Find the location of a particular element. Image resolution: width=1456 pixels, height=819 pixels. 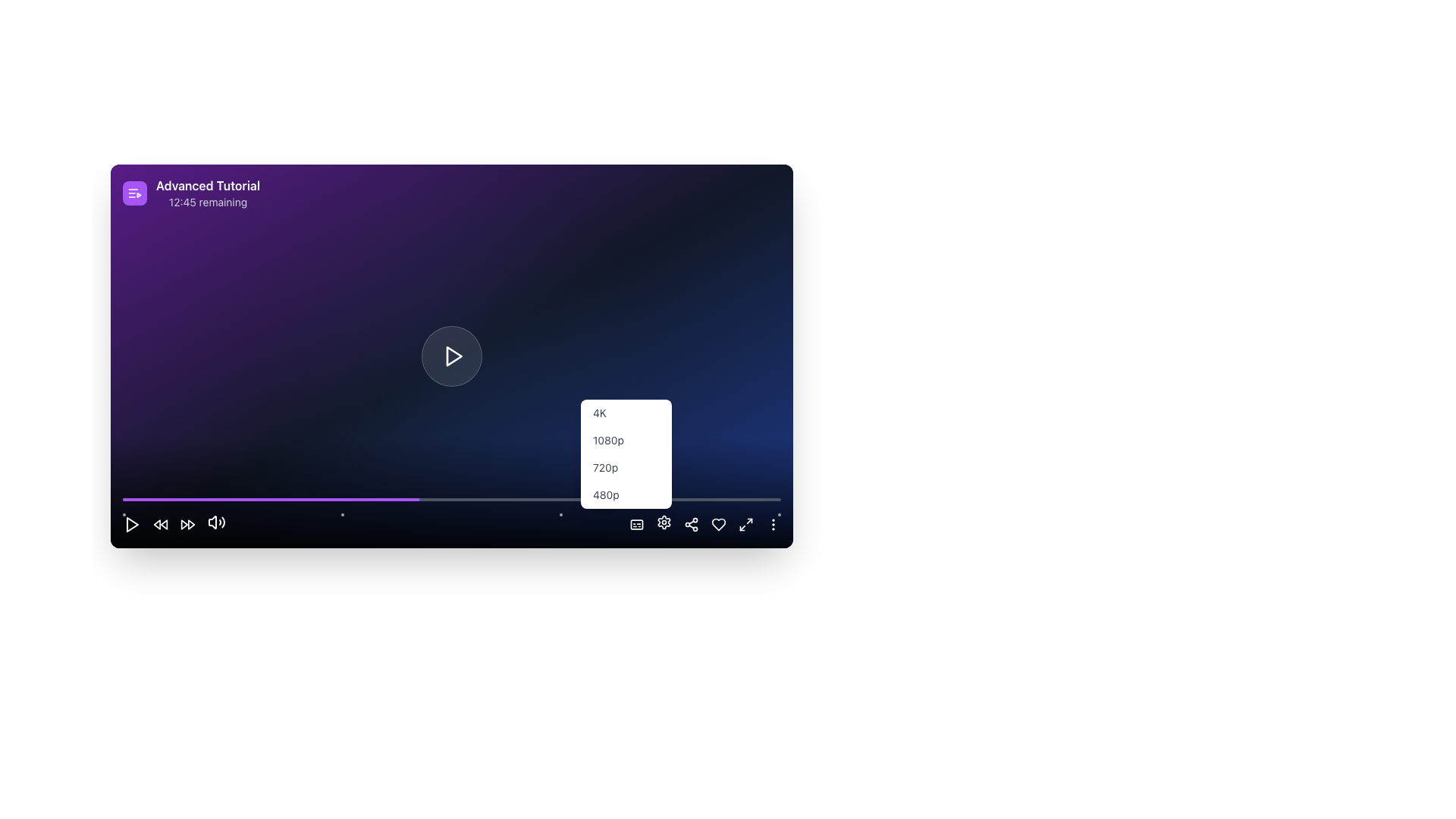

the '1080p' option in the dropdown menu is located at coordinates (626, 441).